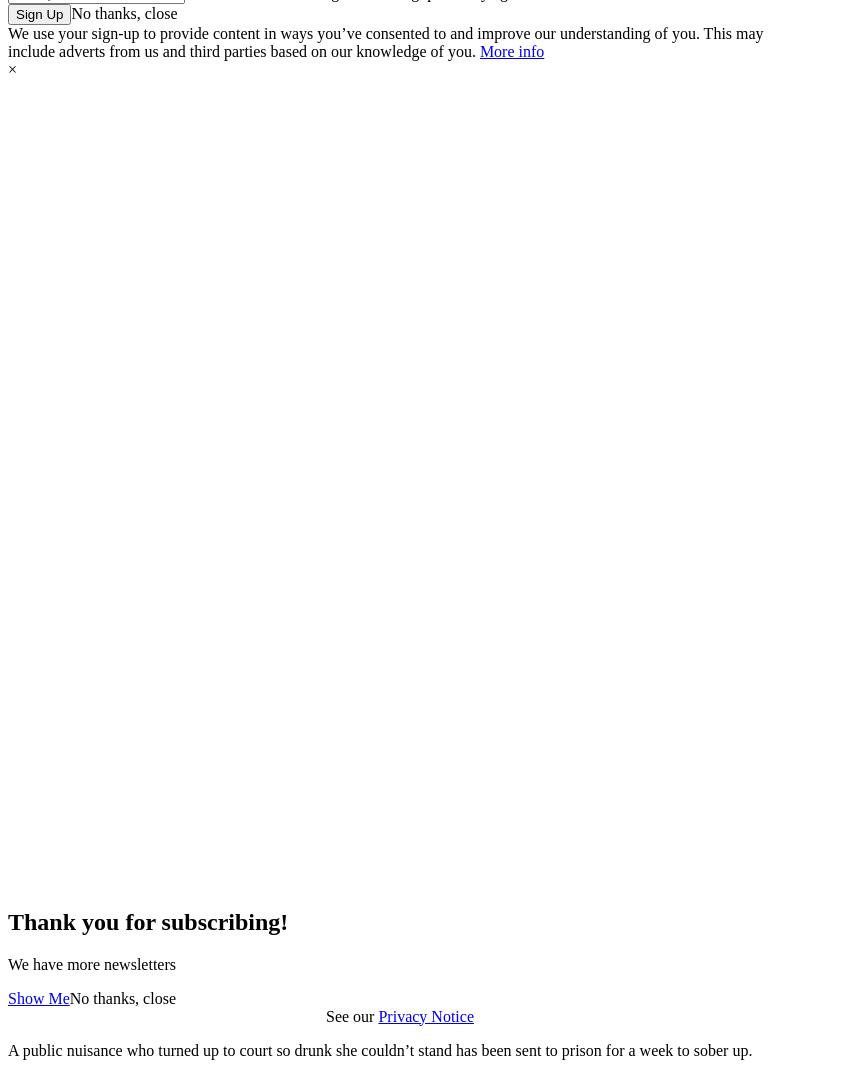 The image size is (858, 1072). I want to click on 'We use your sign-up to provide content in ways you’ve consented to and improve our understanding of you. This may include adverts from us and third parties based on our knowledge of you.', so click(385, 40).